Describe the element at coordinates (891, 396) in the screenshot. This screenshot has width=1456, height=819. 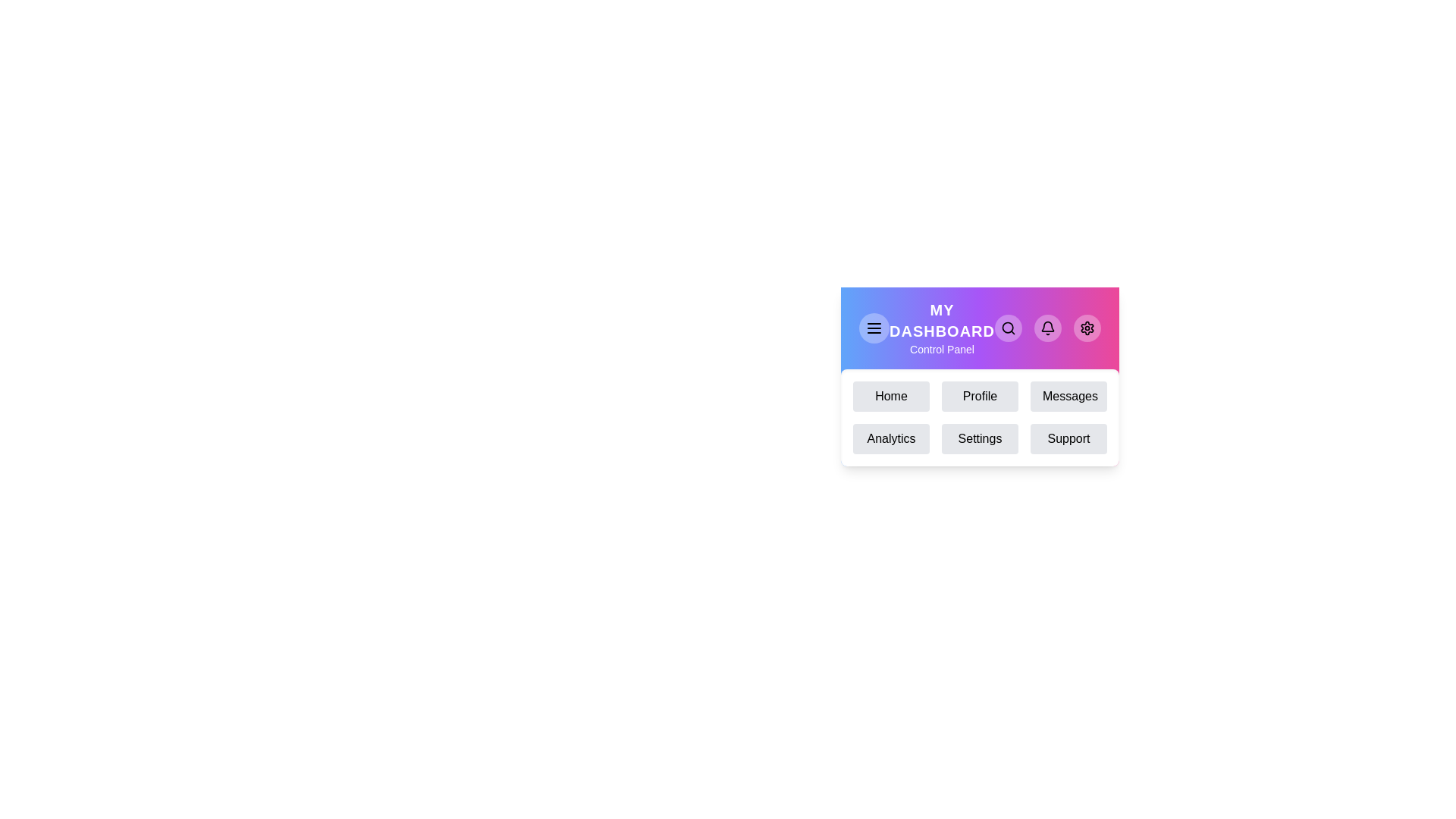
I see `the menu item Home to navigate to the corresponding section` at that location.